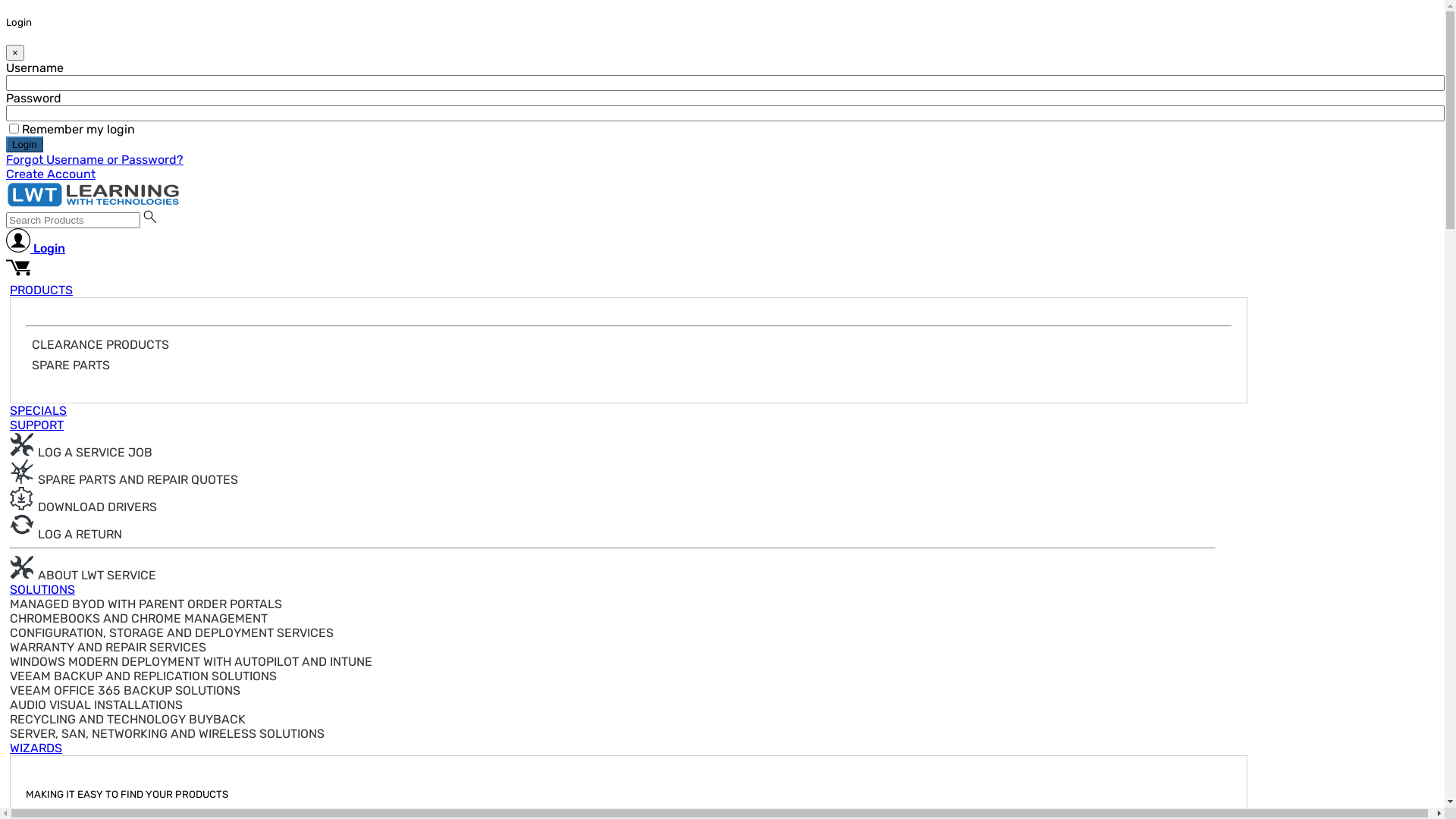 Image resolution: width=1456 pixels, height=819 pixels. Describe the element at coordinates (82, 575) in the screenshot. I see `'ABOUT LWT SERVICE'` at that location.